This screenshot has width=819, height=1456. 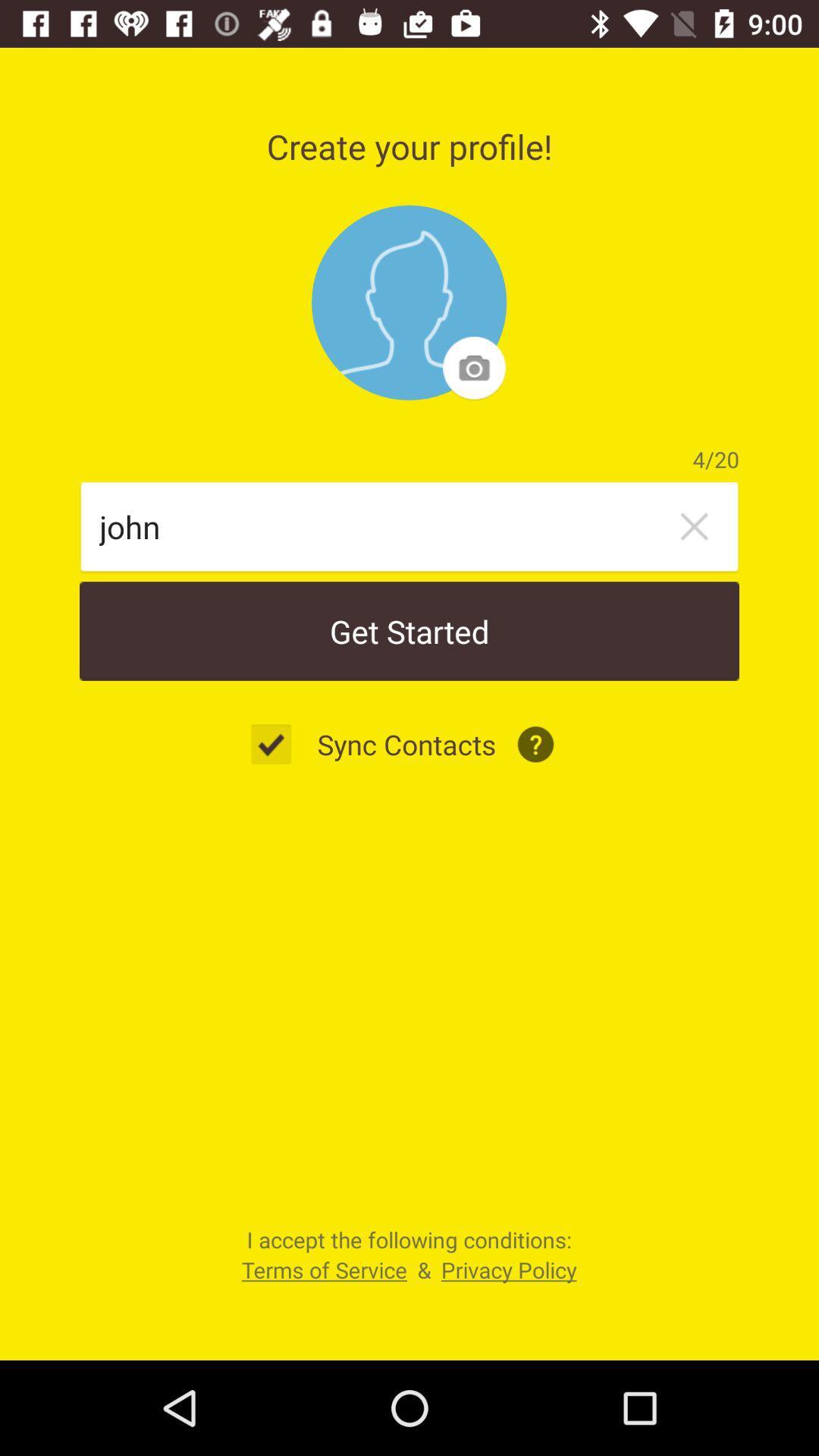 I want to click on item next to the sync contacts item, so click(x=279, y=744).